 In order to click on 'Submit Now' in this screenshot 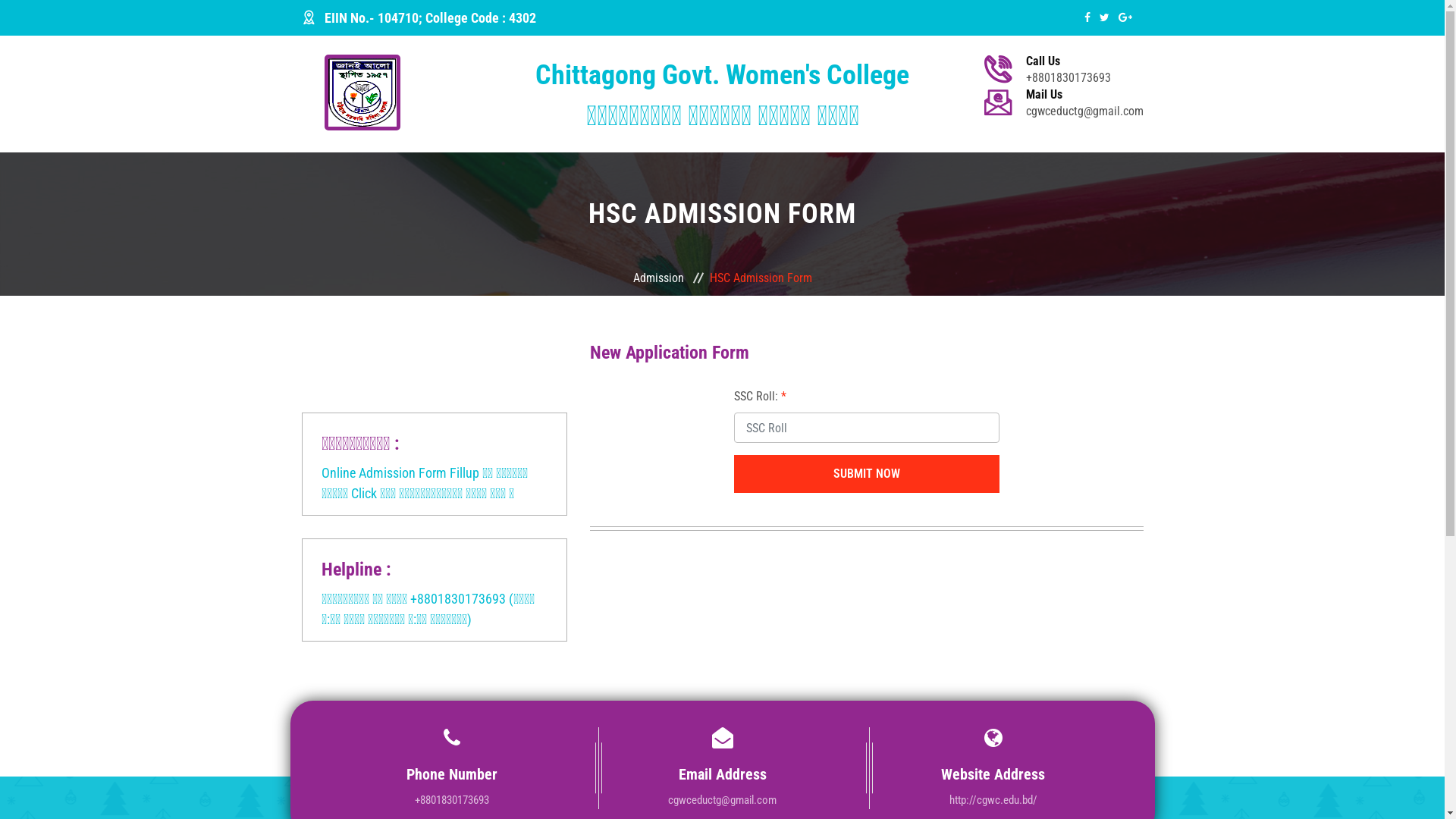, I will do `click(866, 472)`.